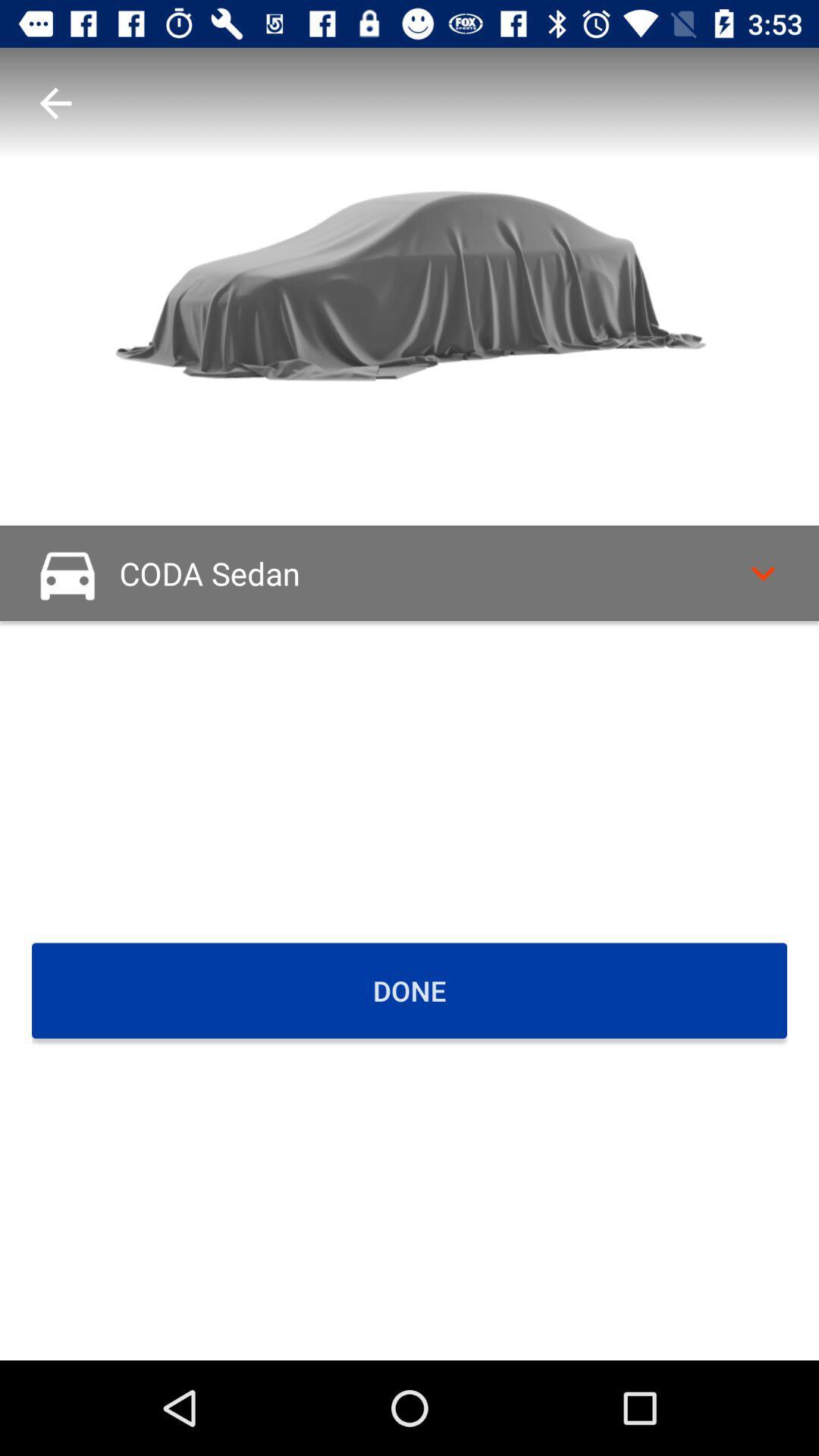 The image size is (819, 1456). Describe the element at coordinates (55, 102) in the screenshot. I see `icon at the top left corner` at that location.